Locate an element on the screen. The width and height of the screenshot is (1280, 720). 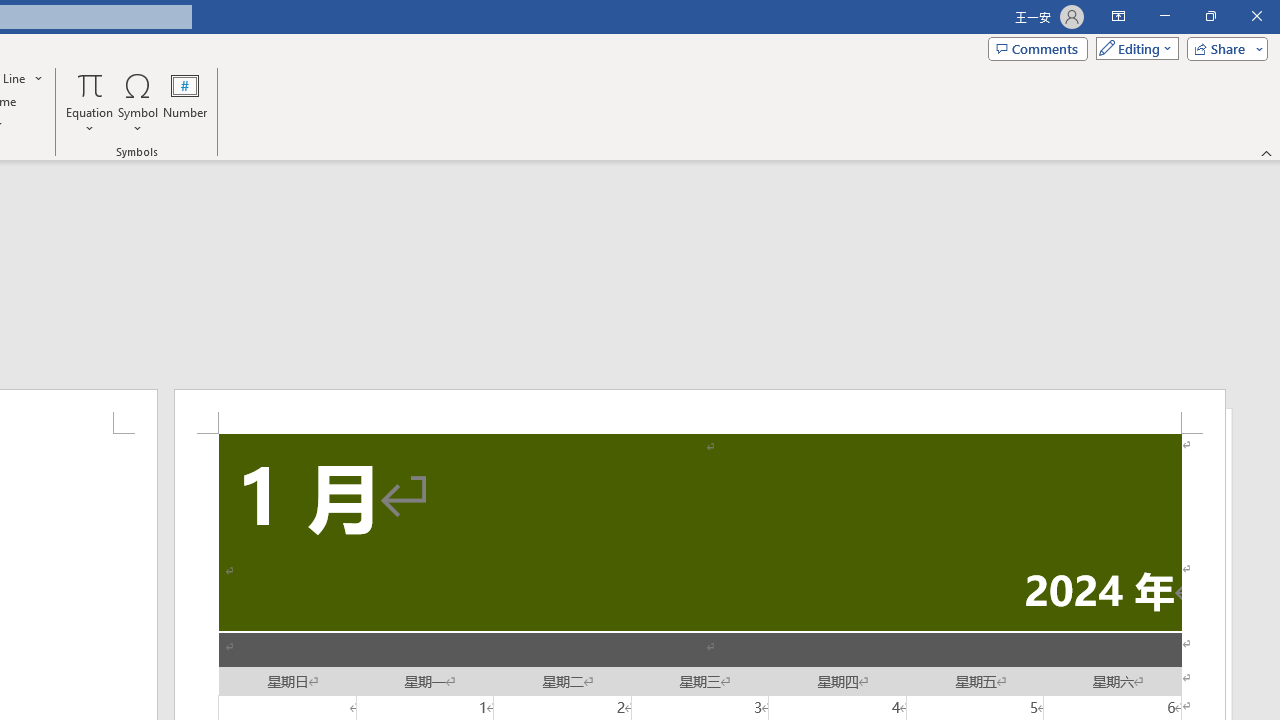
'Close' is located at coordinates (1255, 16).